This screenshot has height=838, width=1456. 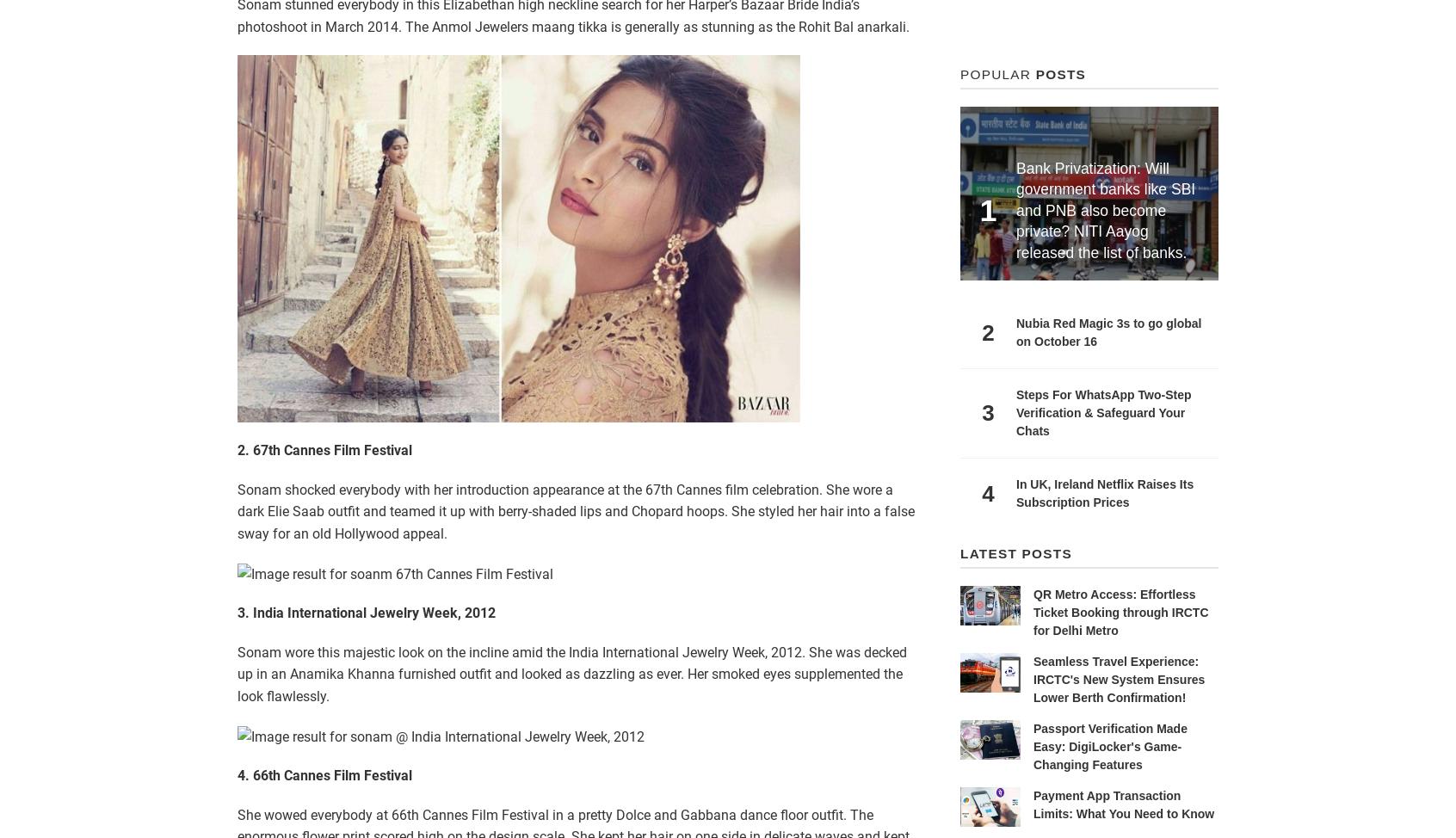 What do you see at coordinates (324, 450) in the screenshot?
I see `'2. 67th Cannes Film Festival'` at bounding box center [324, 450].